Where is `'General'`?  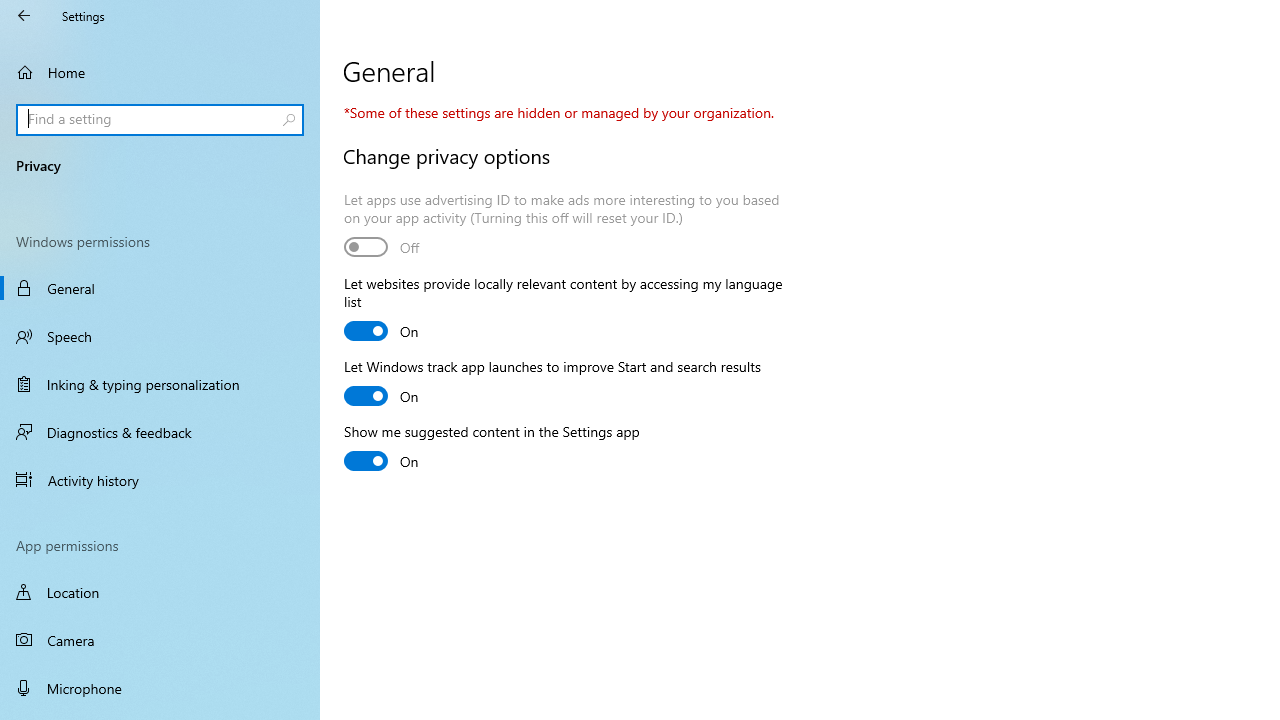 'General' is located at coordinates (160, 288).